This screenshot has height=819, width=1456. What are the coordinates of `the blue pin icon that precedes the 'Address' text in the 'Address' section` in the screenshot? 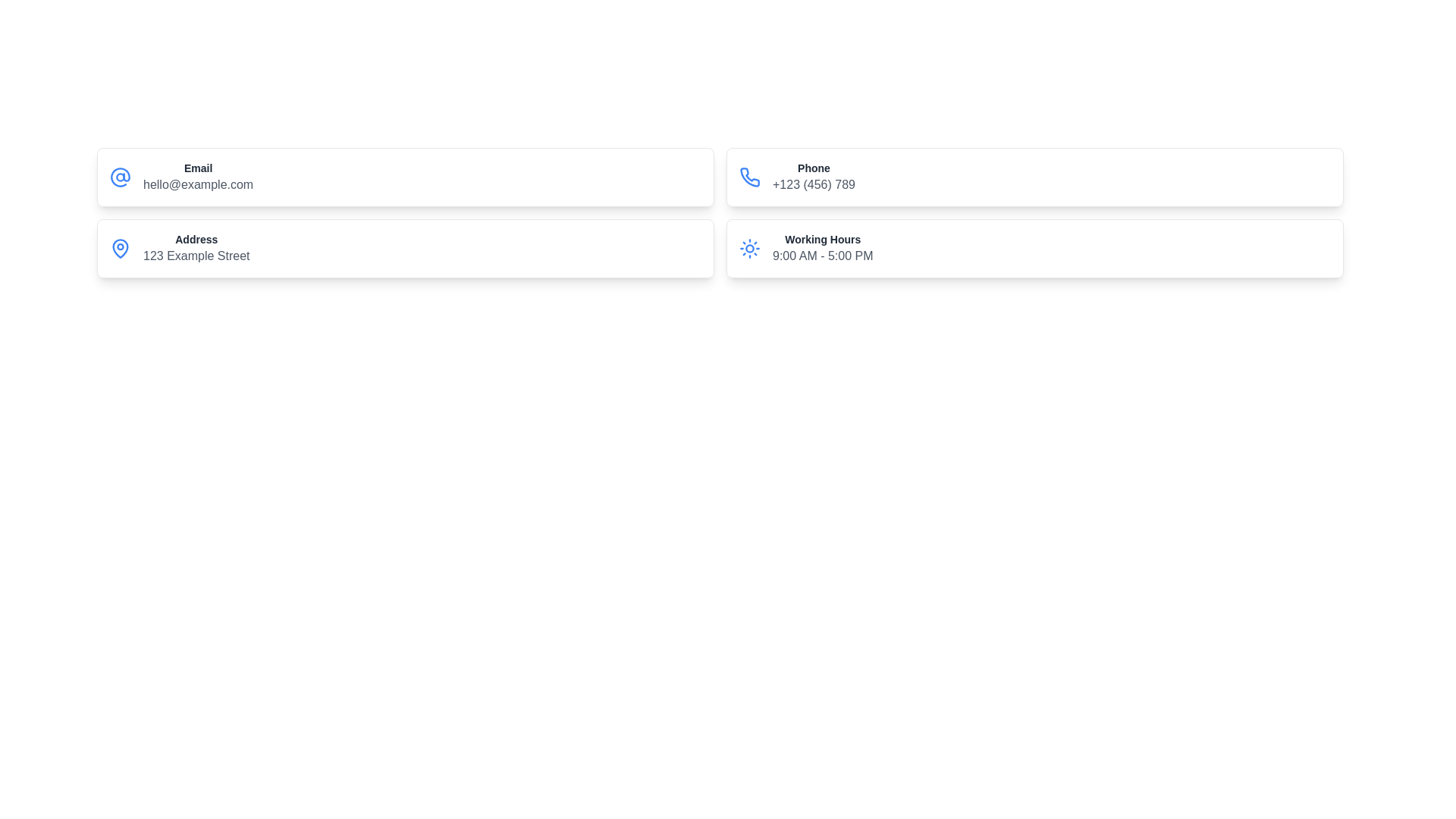 It's located at (119, 247).